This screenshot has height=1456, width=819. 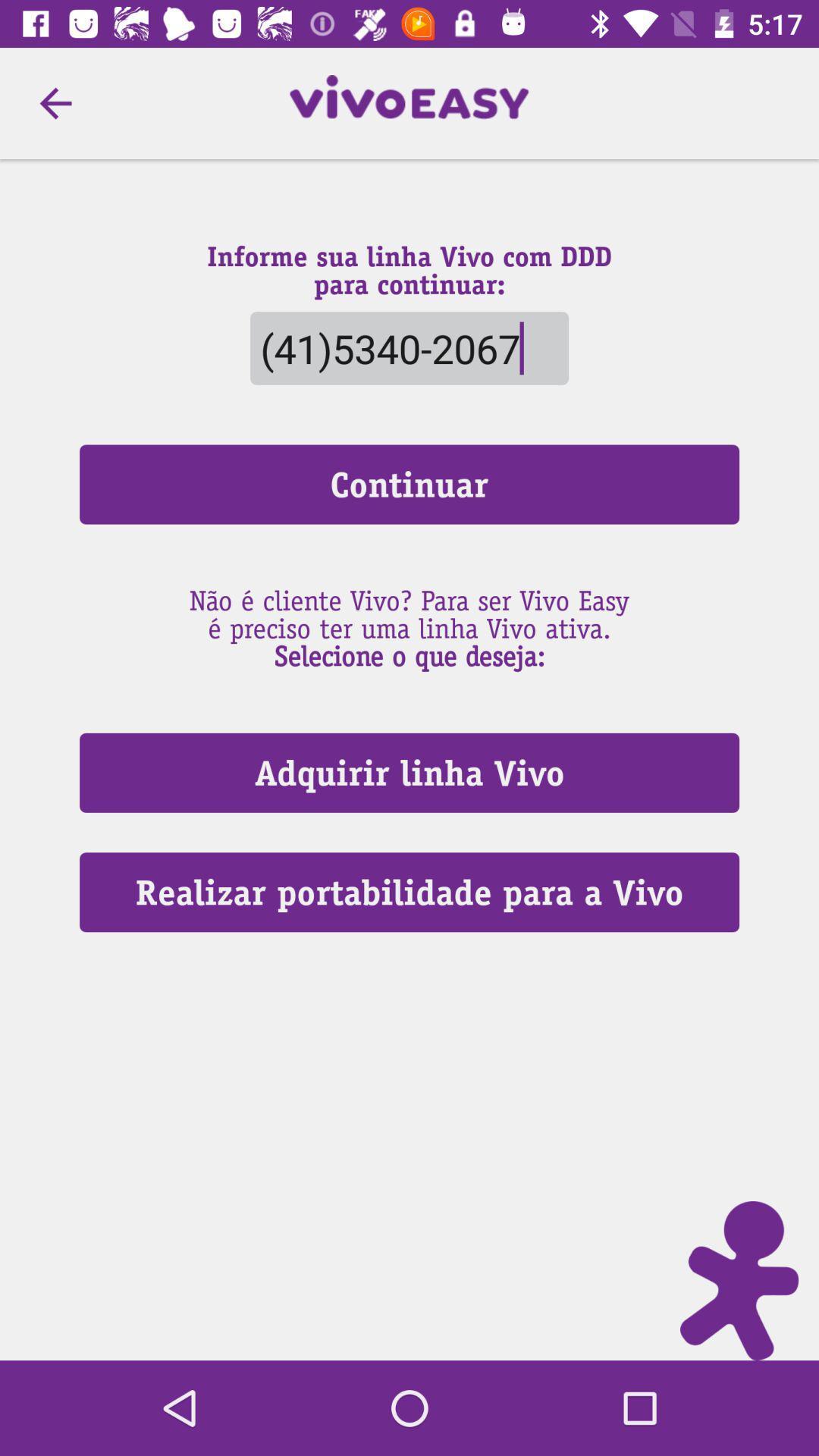 I want to click on item above continuar, so click(x=409, y=347).